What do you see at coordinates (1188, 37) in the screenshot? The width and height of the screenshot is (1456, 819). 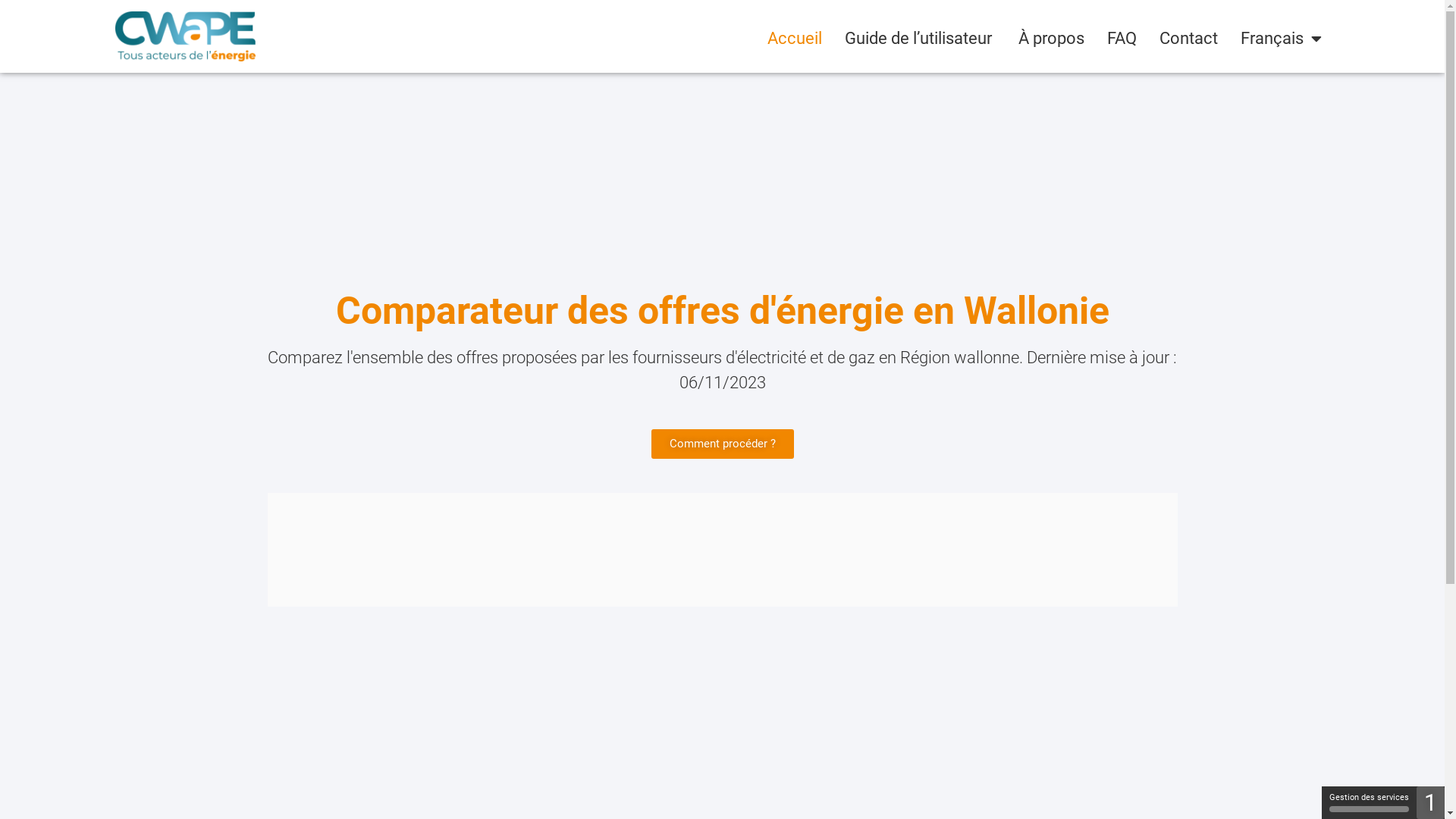 I see `'Contact'` at bounding box center [1188, 37].